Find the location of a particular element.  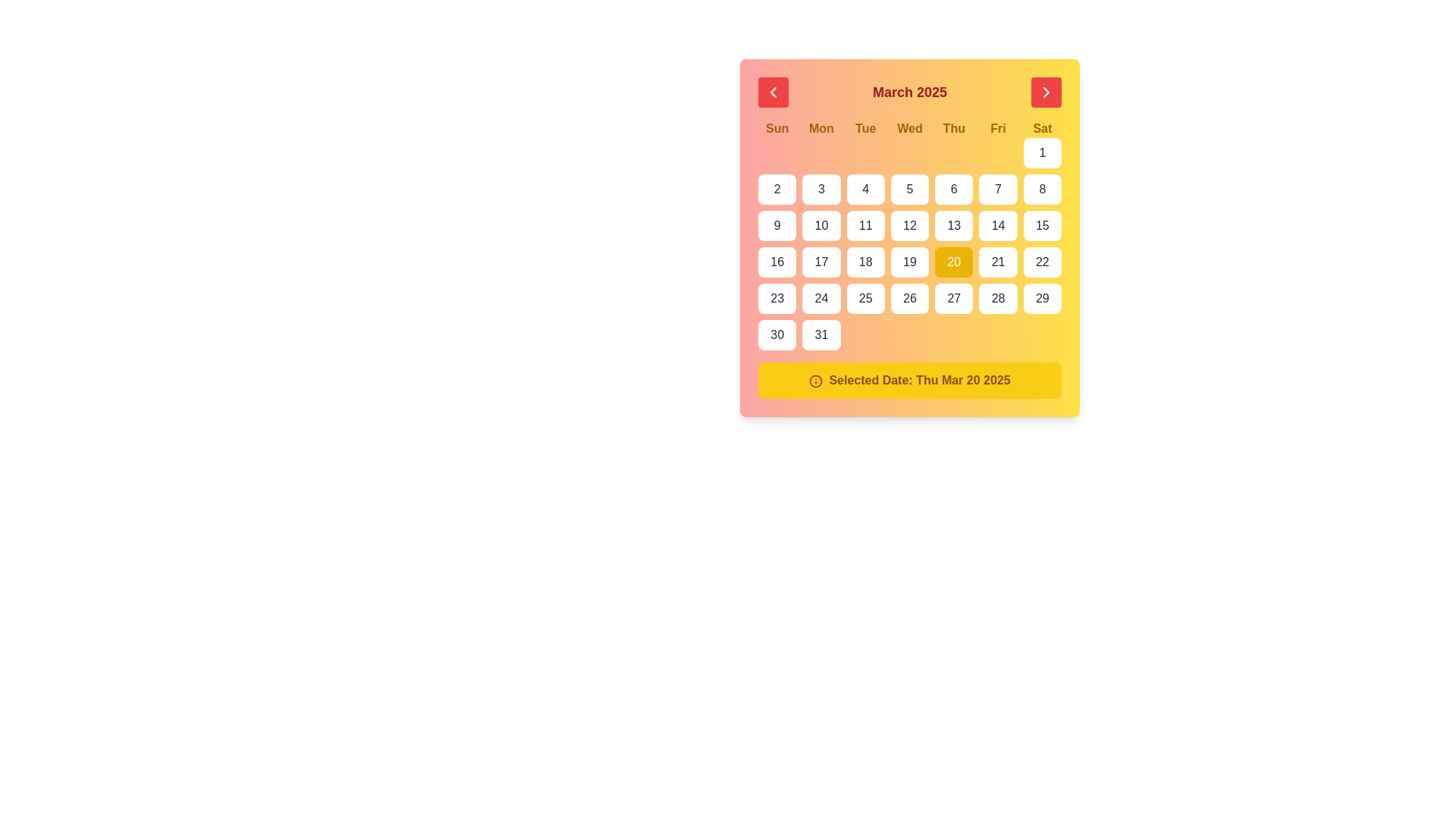

the date selector button representing the date '10' in the second row of the calendar is located at coordinates (821, 225).